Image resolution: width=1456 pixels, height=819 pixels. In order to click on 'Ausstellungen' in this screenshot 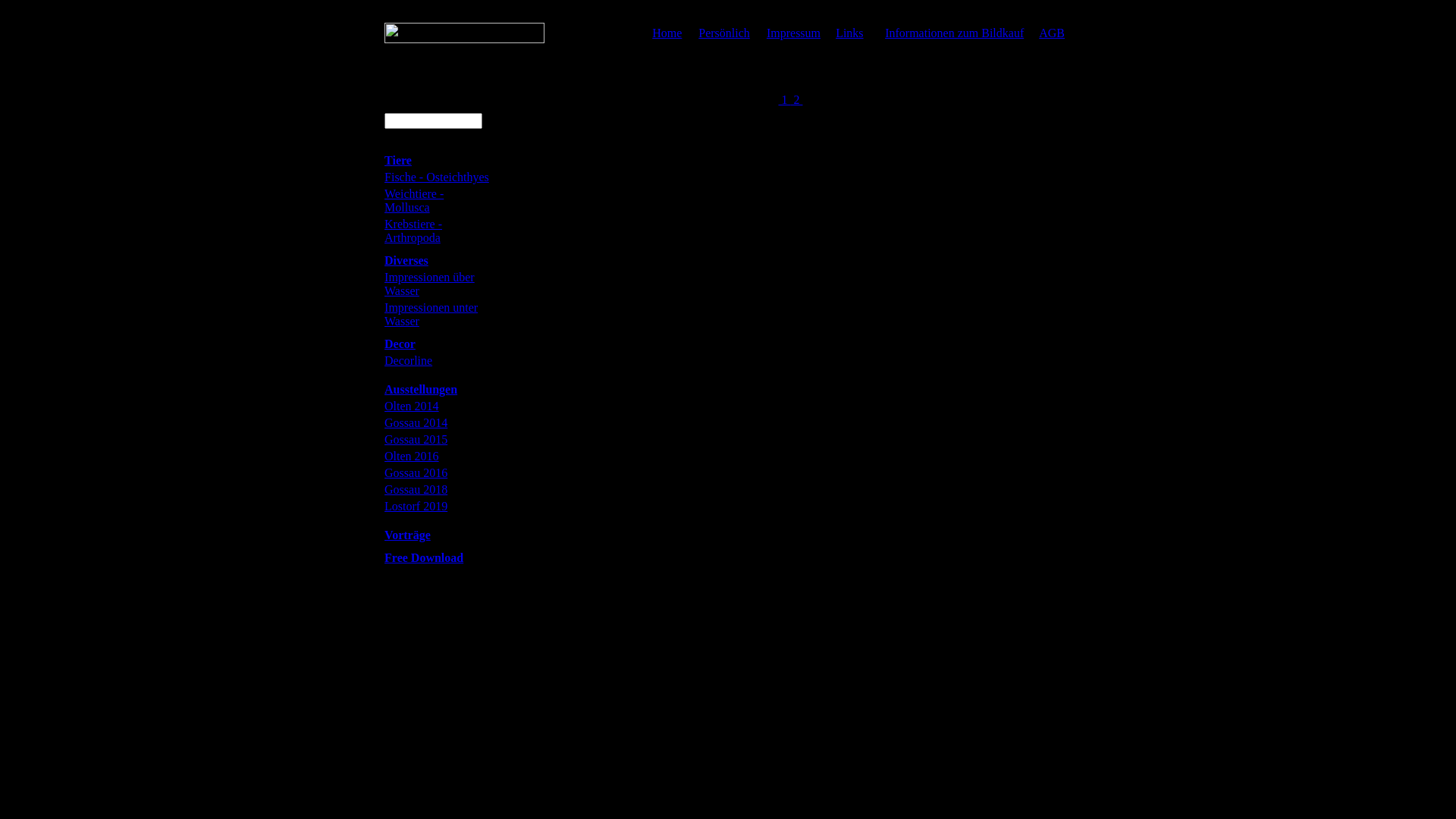, I will do `click(384, 388)`.